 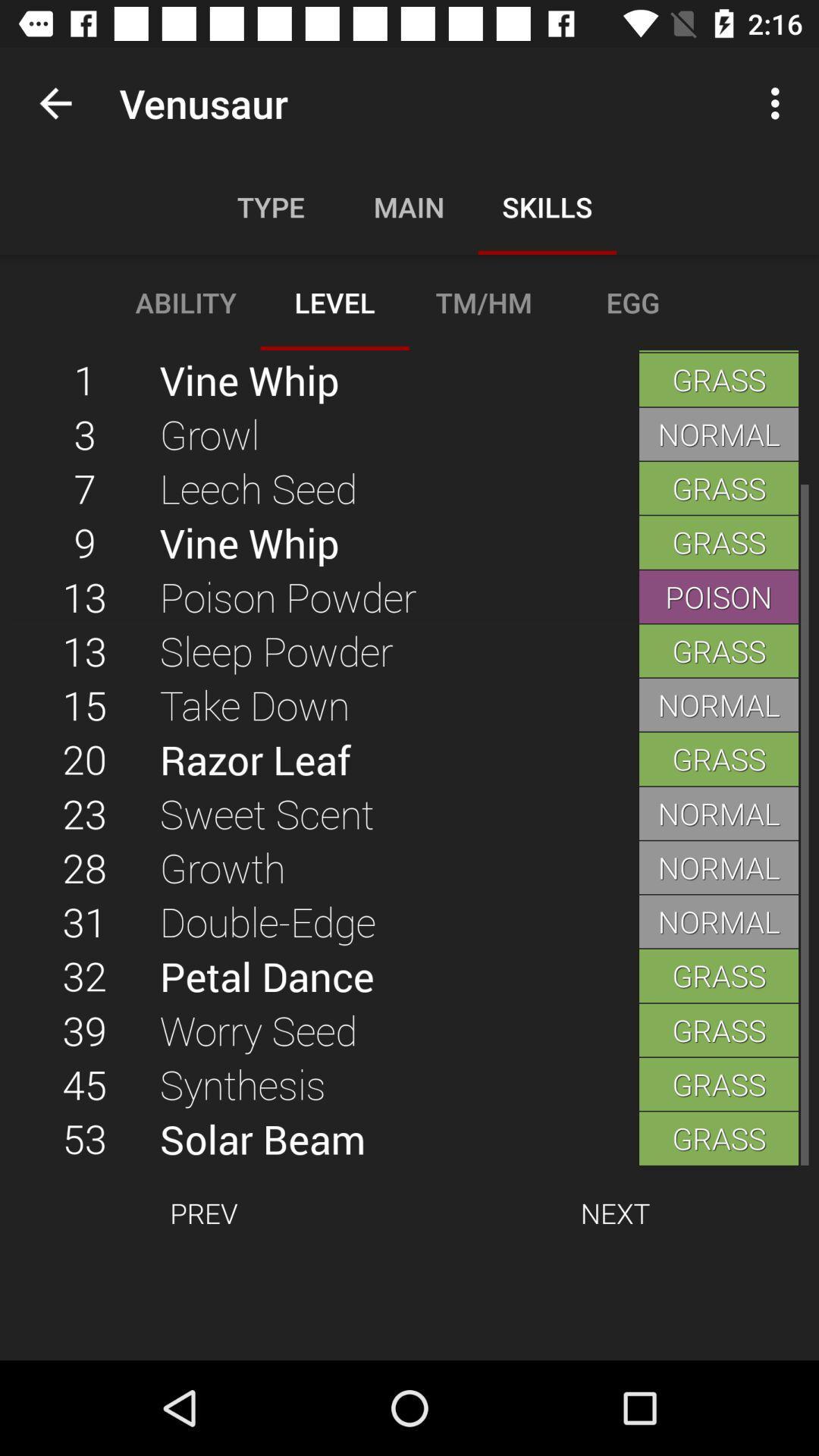 What do you see at coordinates (398, 704) in the screenshot?
I see `the icon to the right of 13` at bounding box center [398, 704].